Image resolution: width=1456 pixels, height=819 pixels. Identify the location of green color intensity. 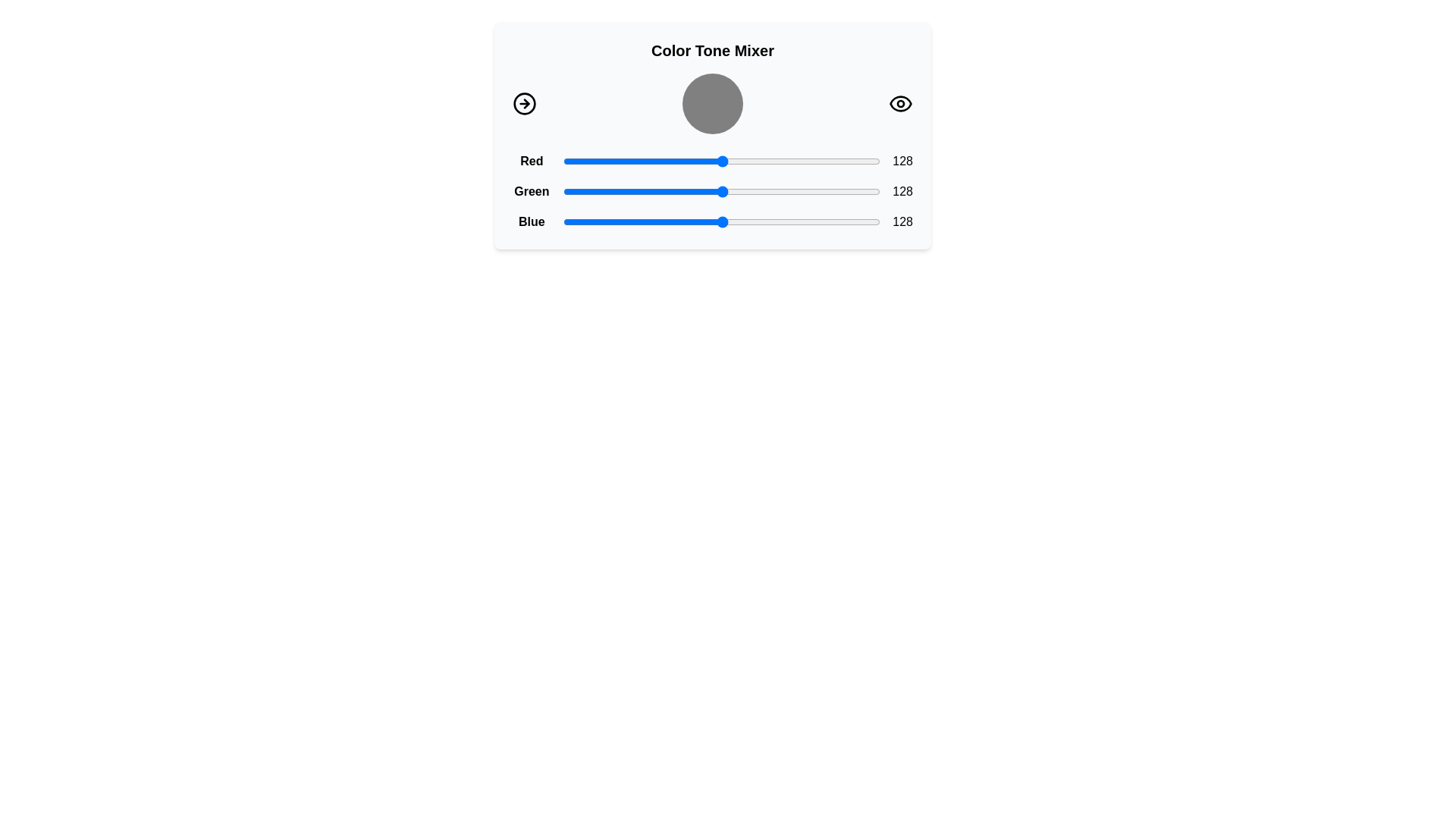
(873, 191).